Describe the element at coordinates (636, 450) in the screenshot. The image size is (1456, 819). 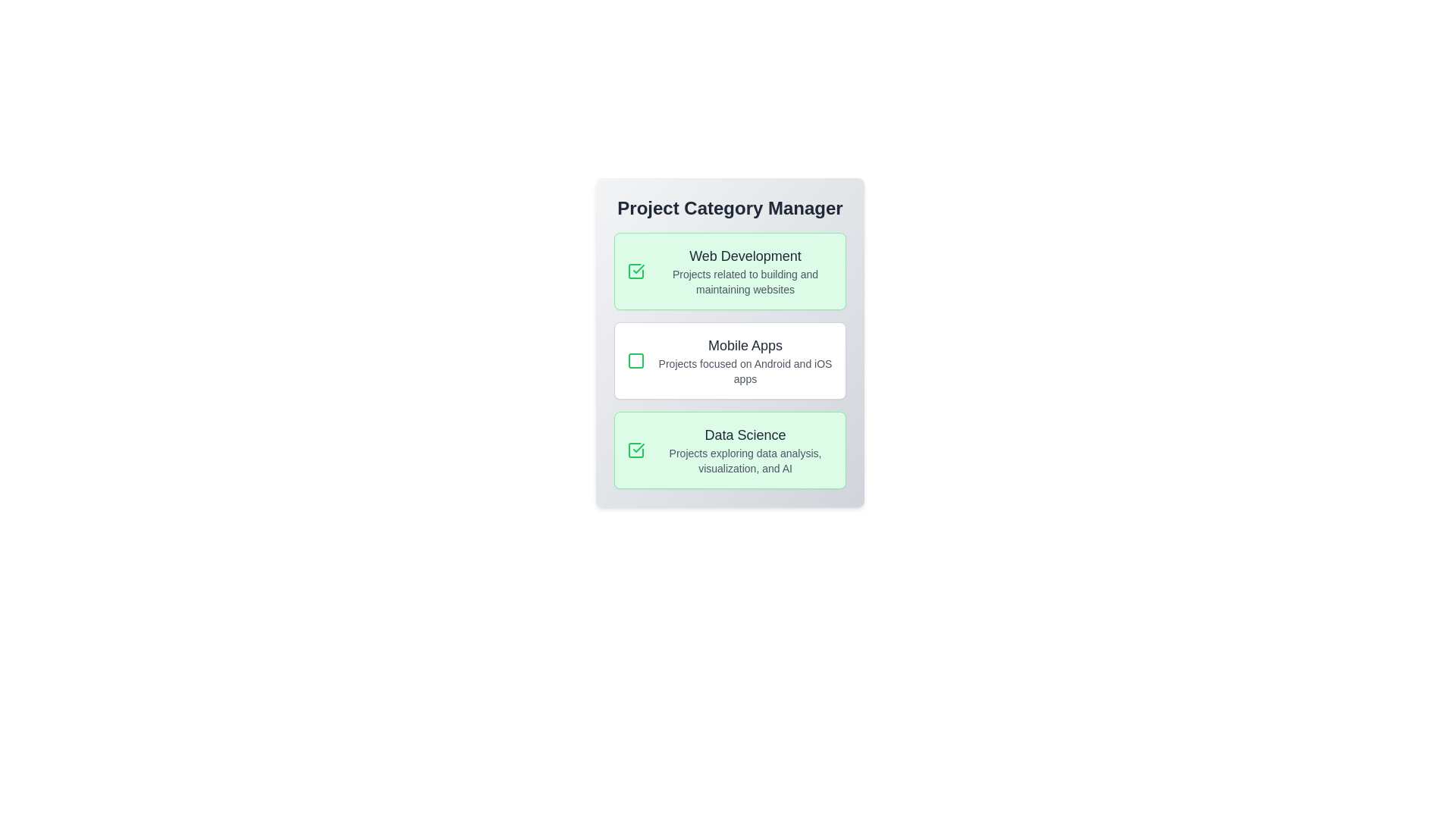
I see `the checkbox outline element in the 'Data Science' section, which is part of an SVG graphic and represents the border of the checkbox` at that location.